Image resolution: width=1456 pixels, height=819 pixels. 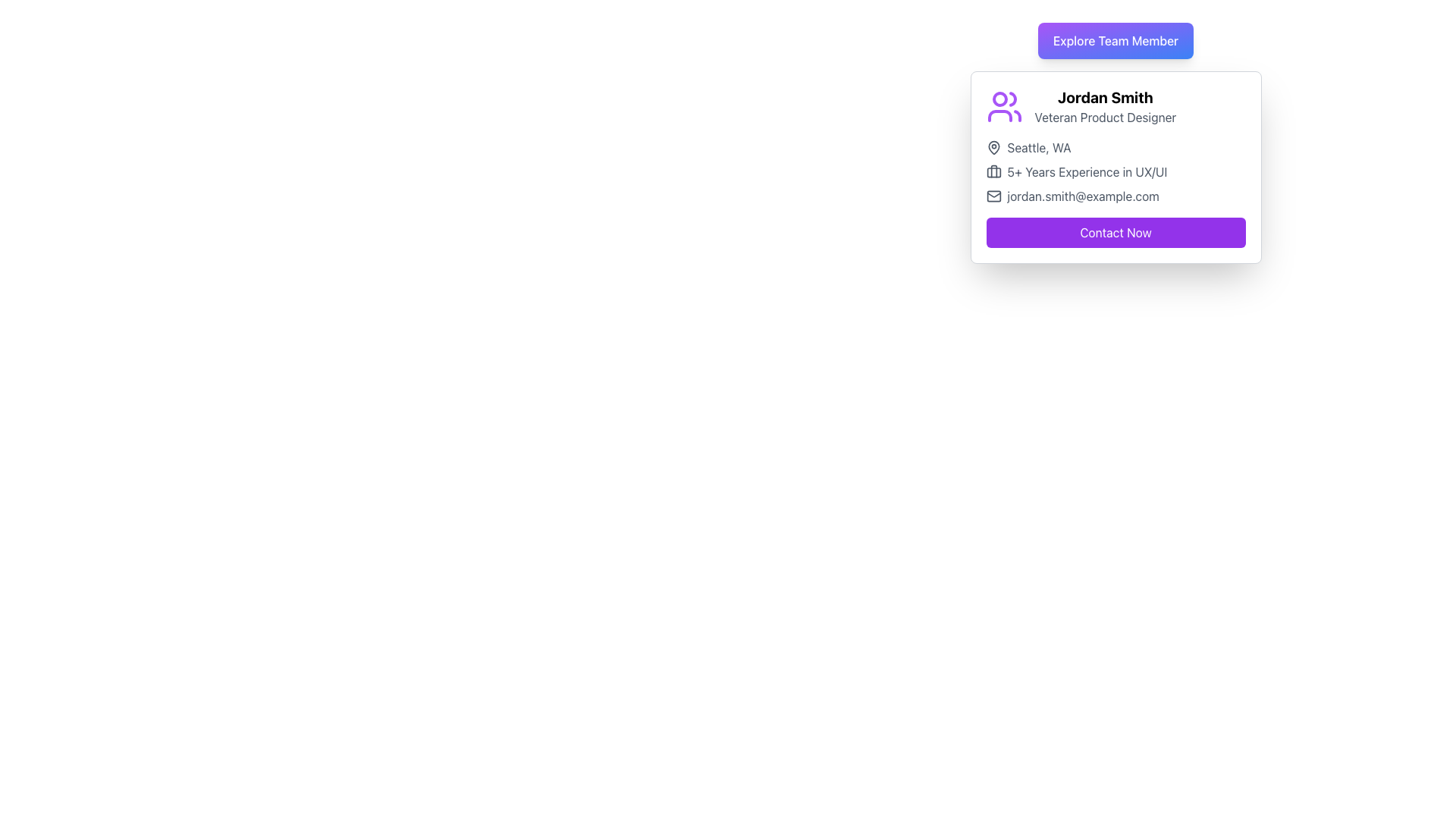 I want to click on the user profile icon representing Jordan Smith, located in the top-left corner of the card containing his details, so click(x=1004, y=106).